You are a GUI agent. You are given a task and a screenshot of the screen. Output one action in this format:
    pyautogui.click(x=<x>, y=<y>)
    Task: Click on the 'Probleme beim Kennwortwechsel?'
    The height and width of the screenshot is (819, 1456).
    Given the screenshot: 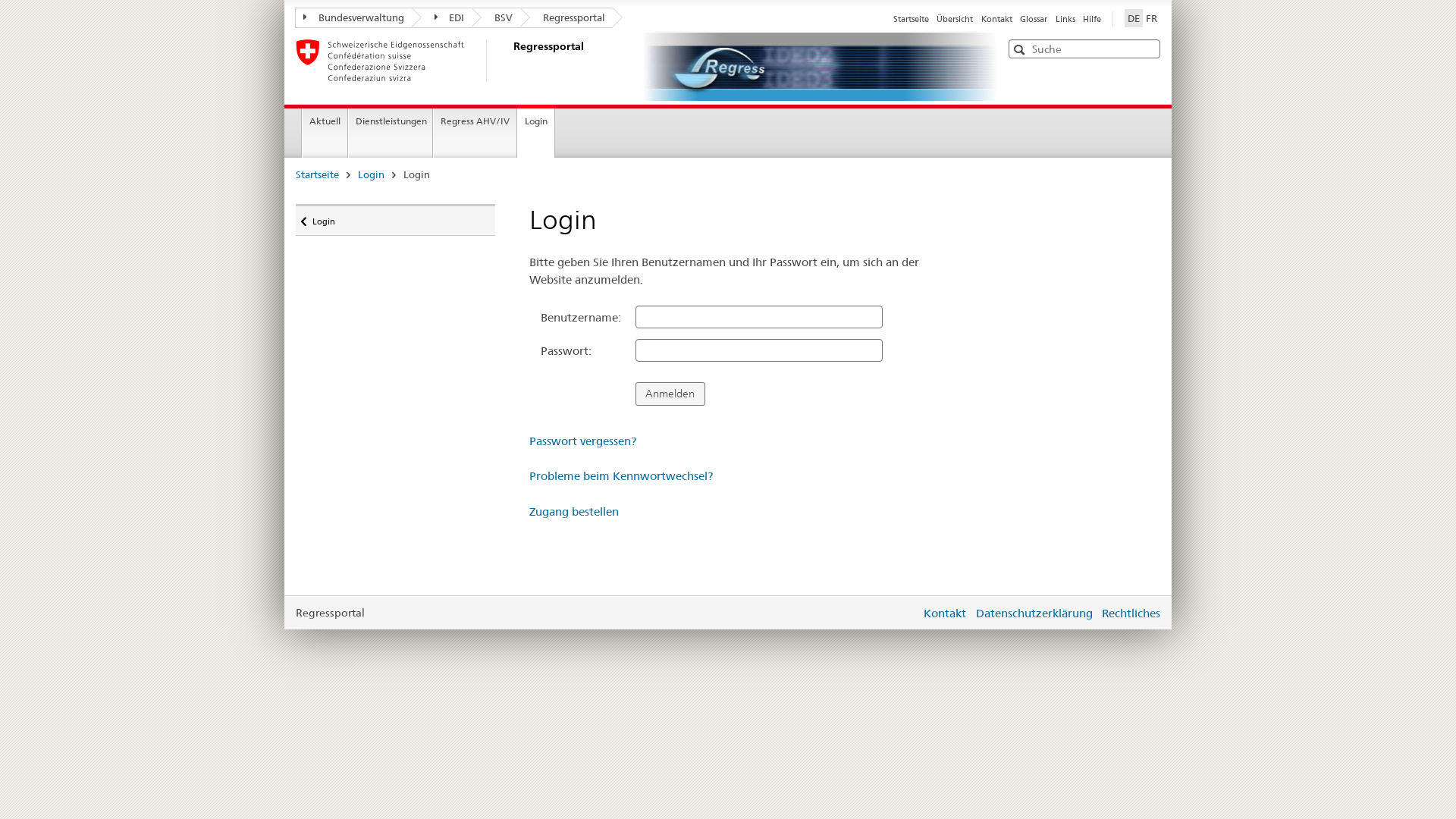 What is the action you would take?
    pyautogui.click(x=621, y=475)
    